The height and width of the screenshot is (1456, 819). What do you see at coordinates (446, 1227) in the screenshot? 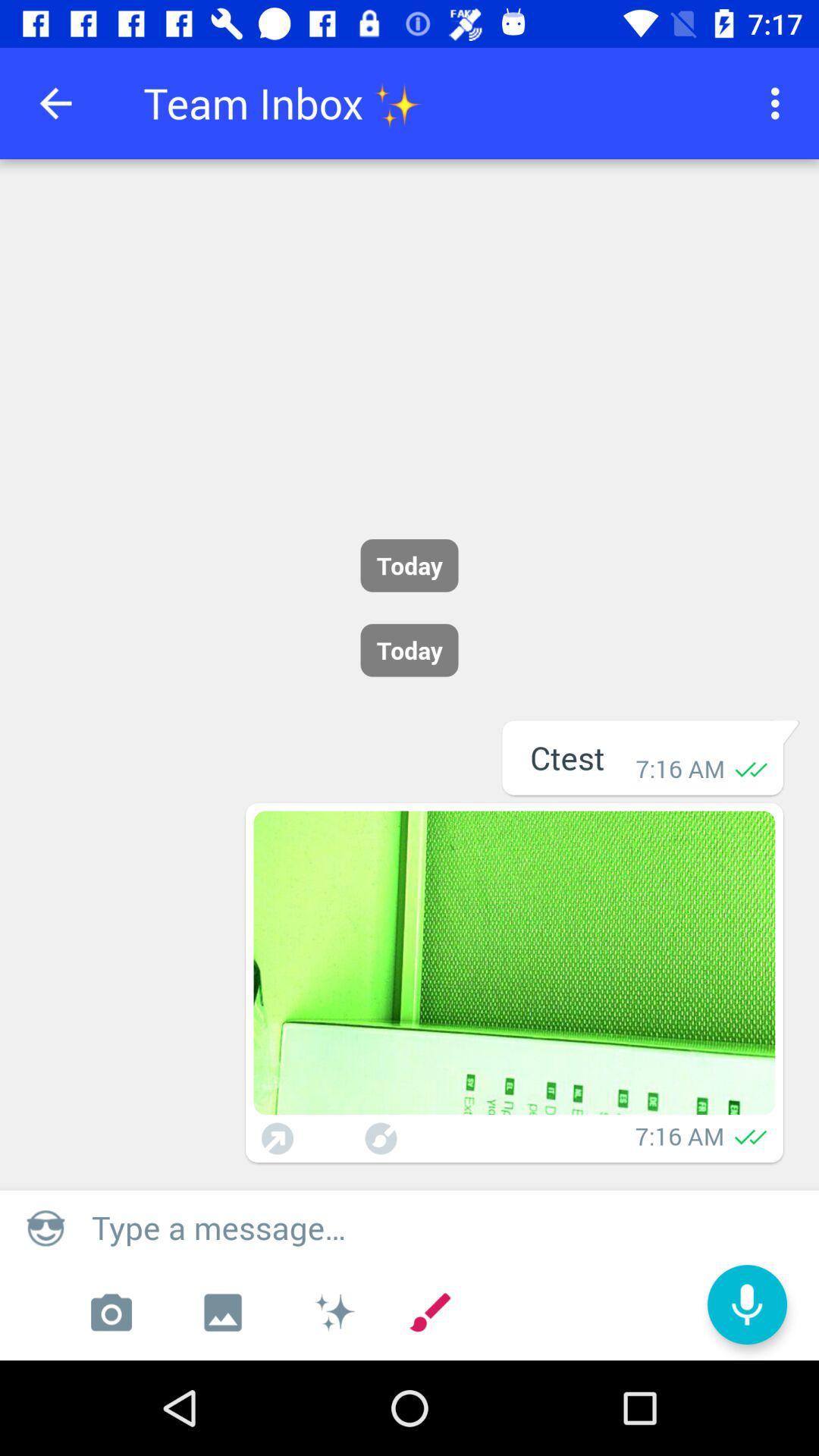
I see `type a message` at bounding box center [446, 1227].